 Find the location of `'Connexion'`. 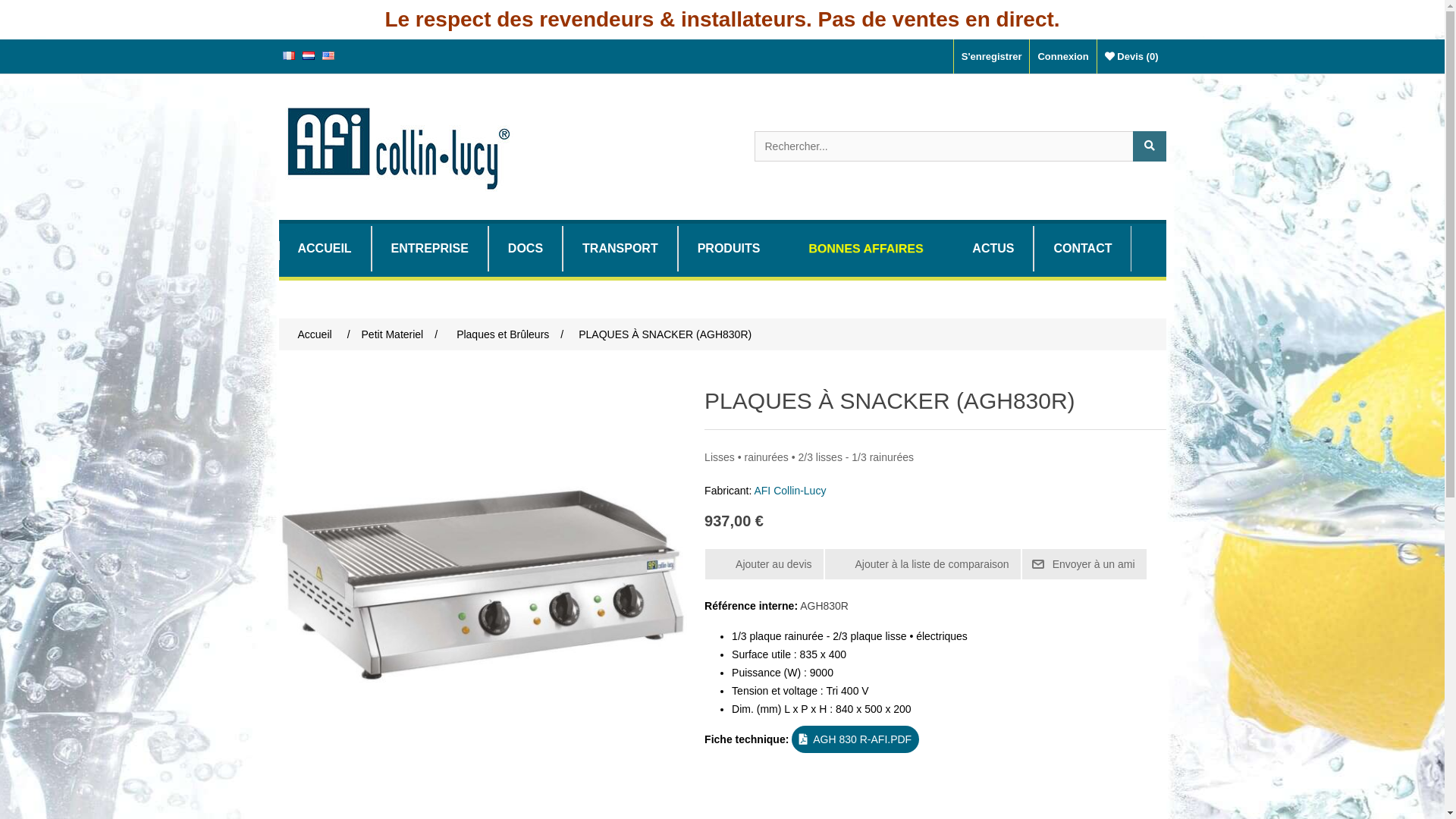

'Connexion' is located at coordinates (1062, 55).